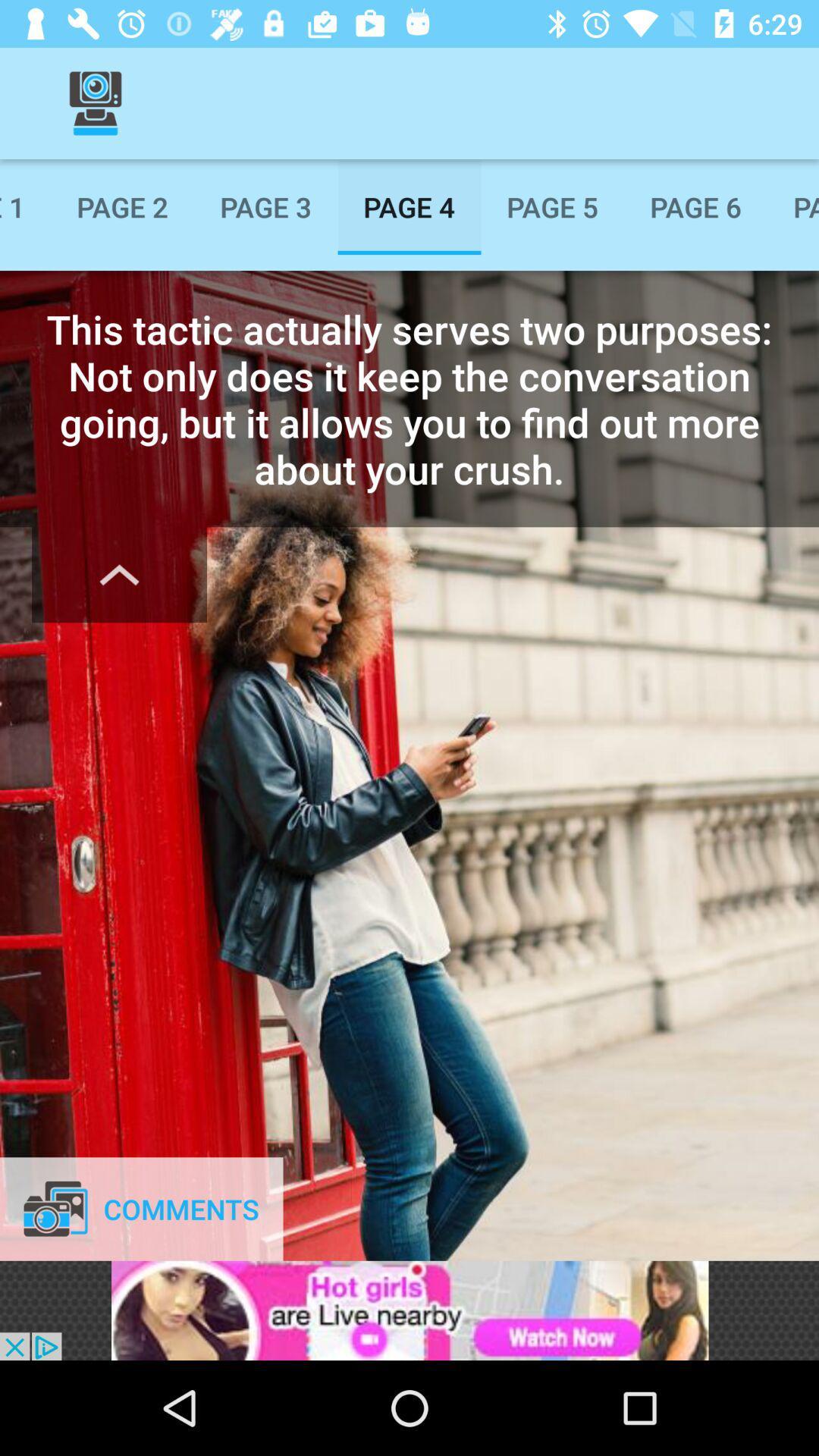 The height and width of the screenshot is (1456, 819). What do you see at coordinates (118, 574) in the screenshot?
I see `up arrow` at bounding box center [118, 574].